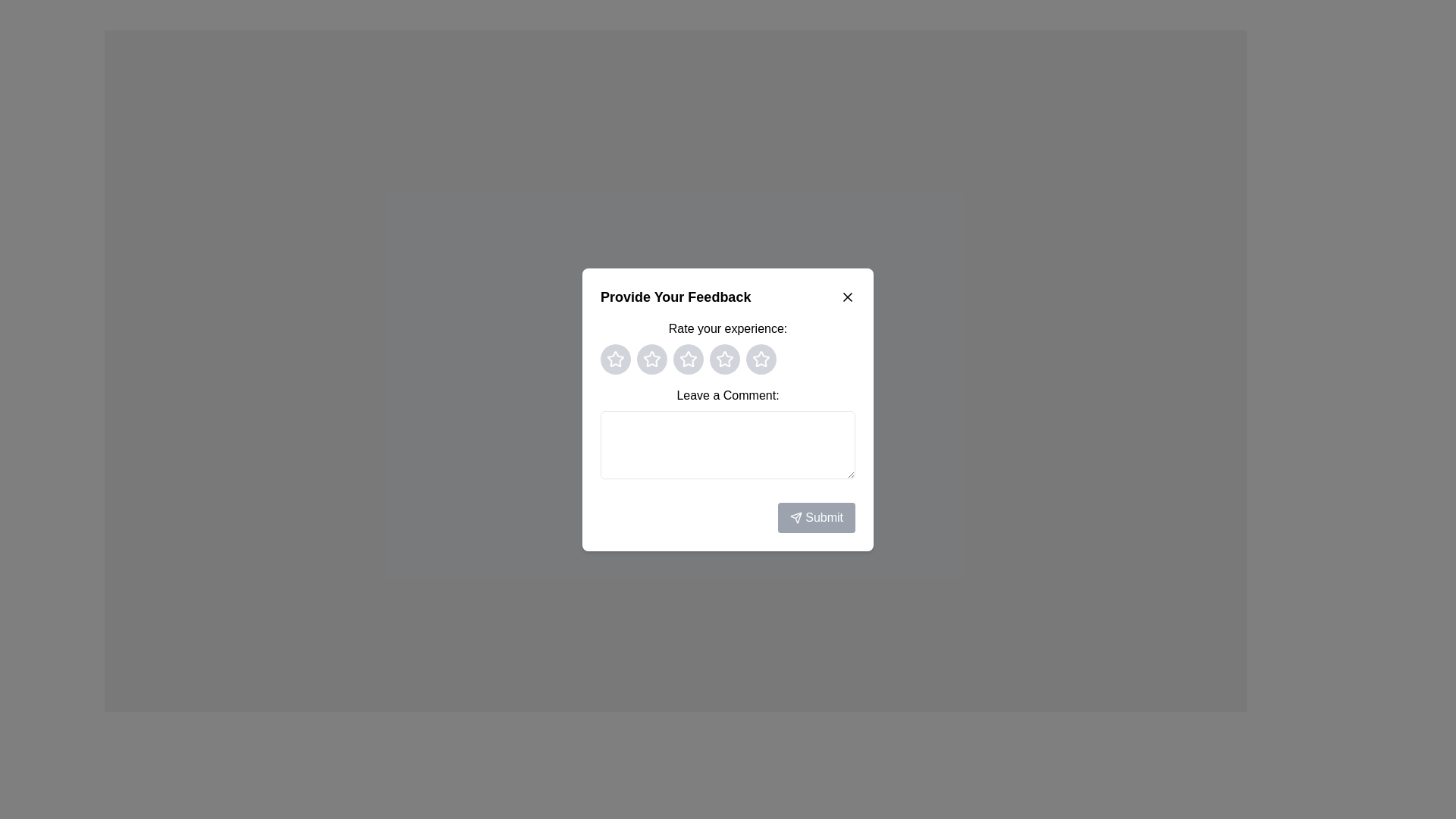 Image resolution: width=1456 pixels, height=819 pixels. Describe the element at coordinates (847, 297) in the screenshot. I see `the close icon represented as an 'X' in the top-right corner of the feedback dialog box` at that location.